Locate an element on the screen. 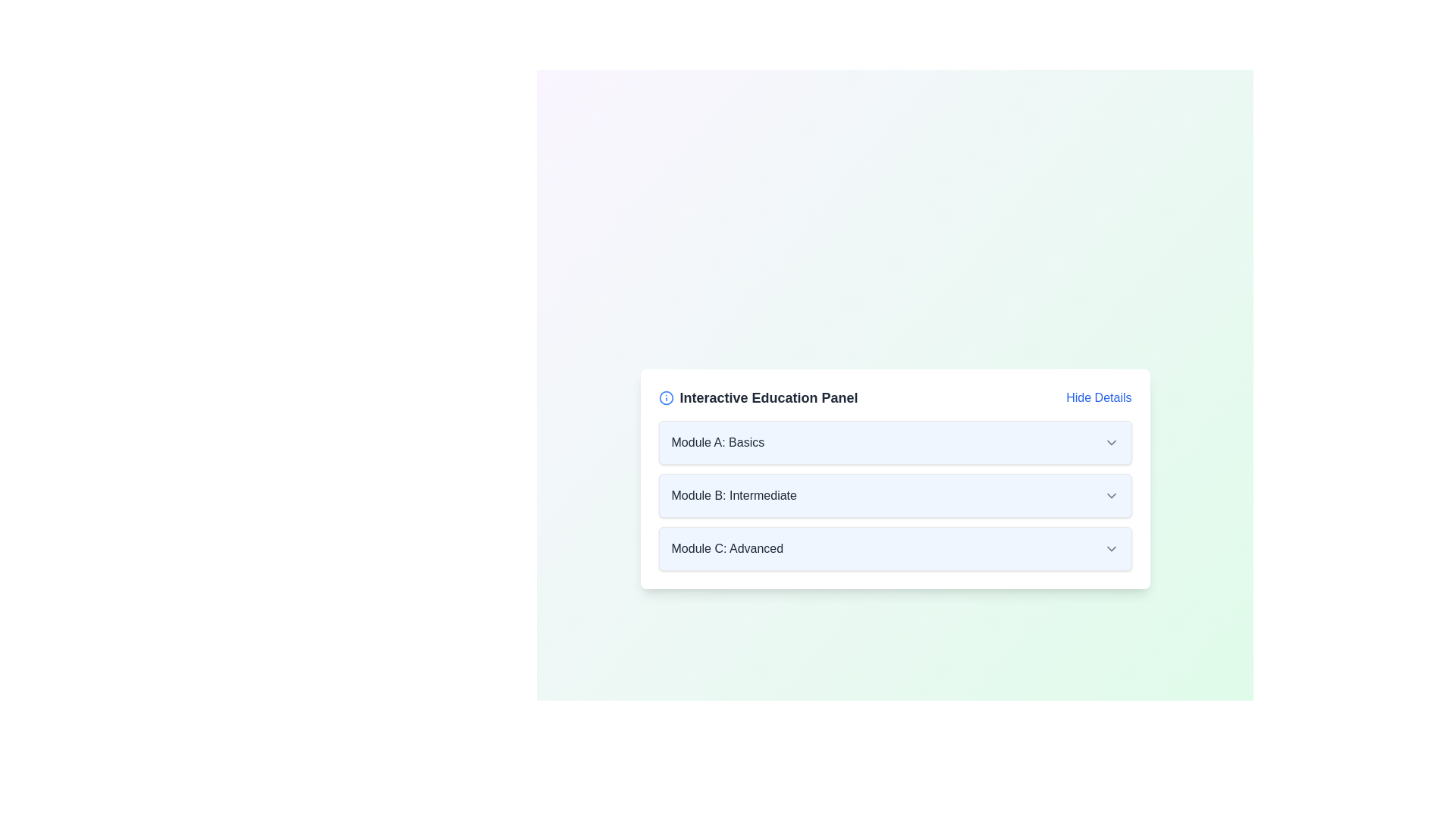 The height and width of the screenshot is (819, 1456). text 'Module B: Intermediate' displayed in a medium-weight font in dark gray color within a card layout is located at coordinates (734, 496).